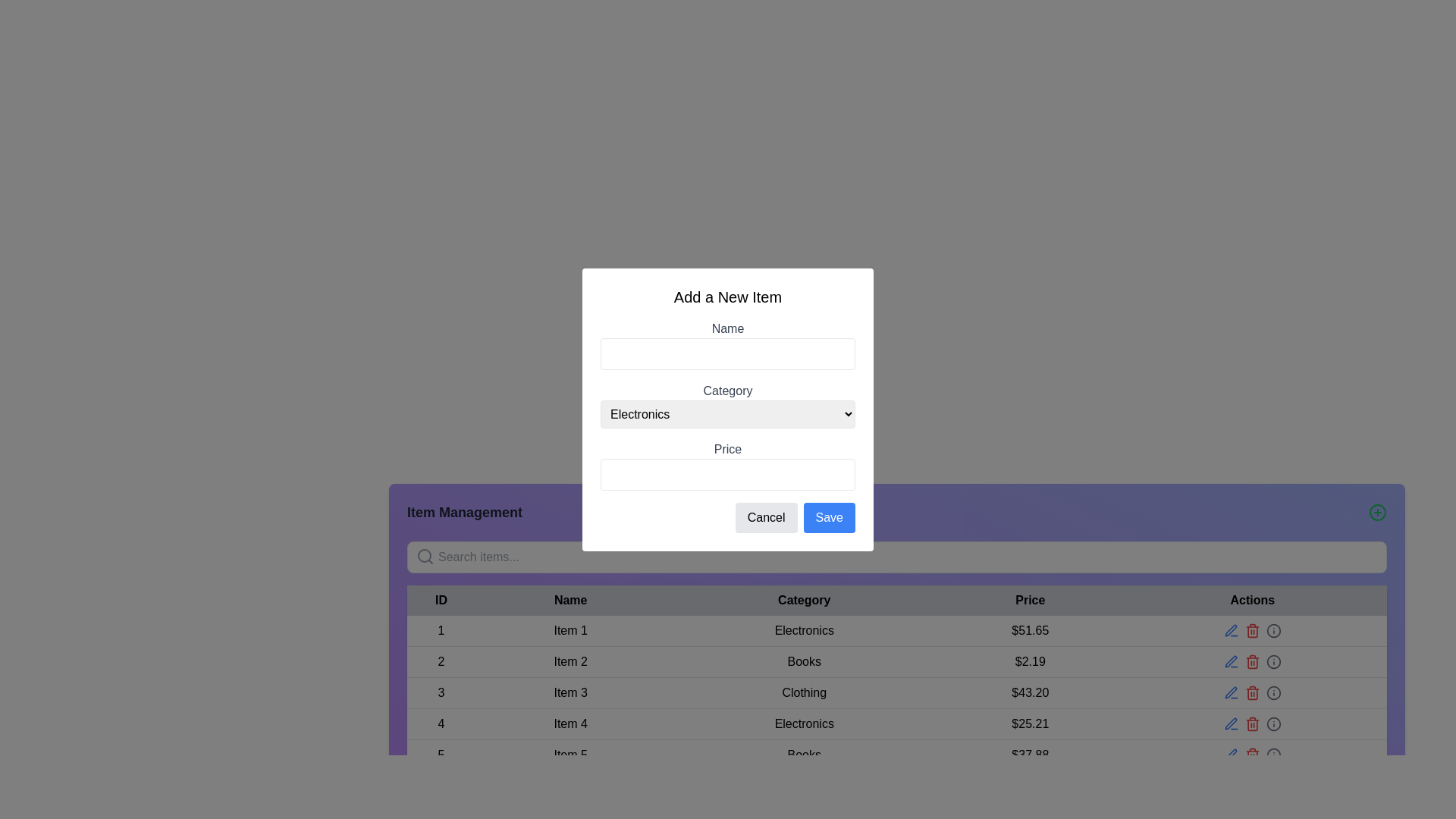 Image resolution: width=1456 pixels, height=819 pixels. Describe the element at coordinates (728, 403) in the screenshot. I see `the dropdown menu located below the 'Name' input field and above the 'Price' input field` at that location.